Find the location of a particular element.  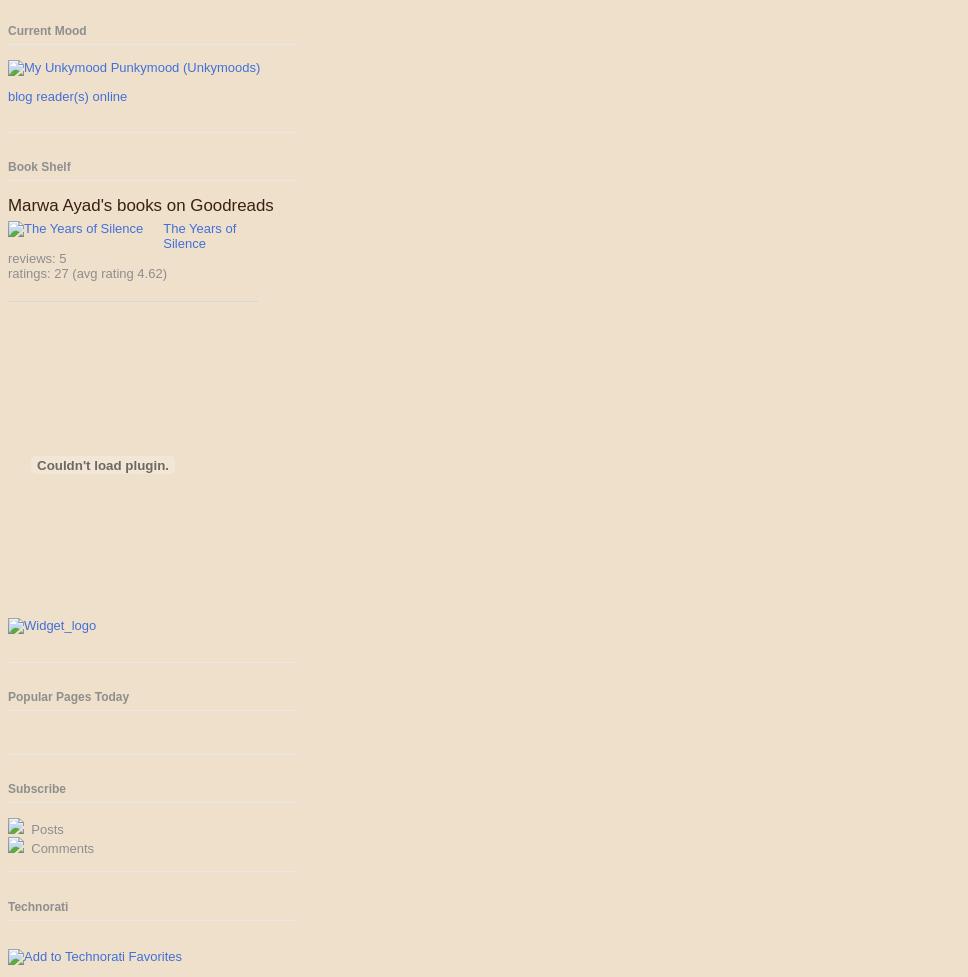

'blog reader(s) online' is located at coordinates (66, 95).